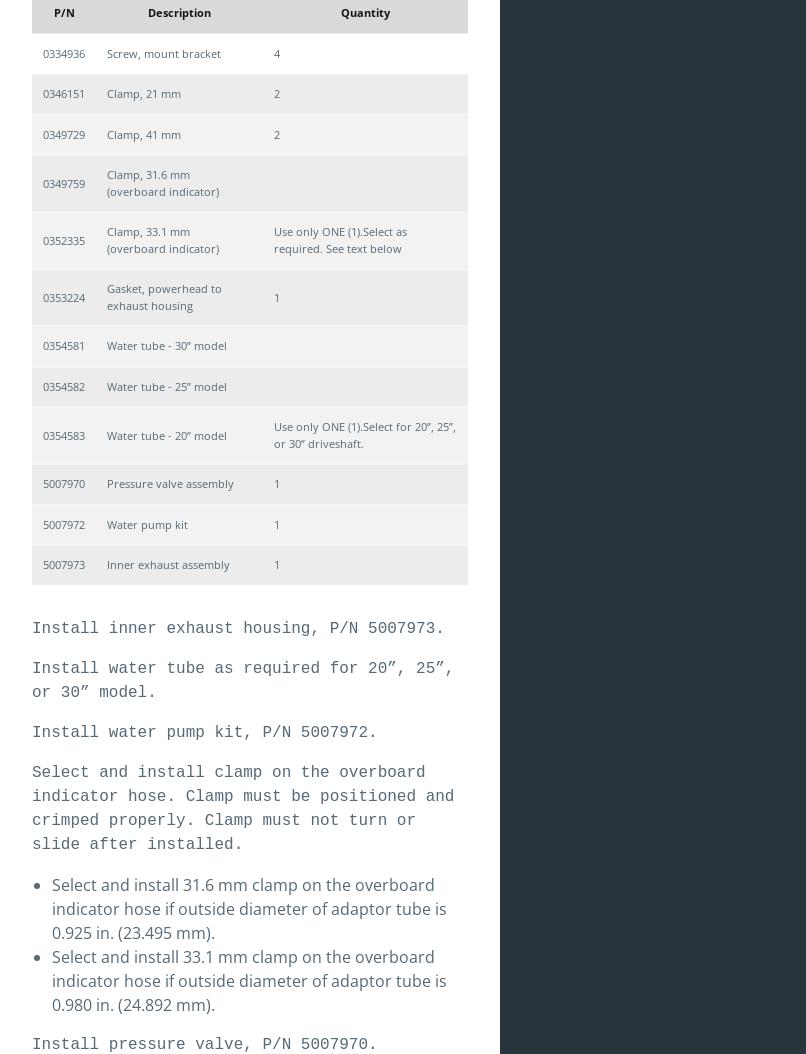 This screenshot has height=1054, width=806. What do you see at coordinates (63, 434) in the screenshot?
I see `'0354583'` at bounding box center [63, 434].